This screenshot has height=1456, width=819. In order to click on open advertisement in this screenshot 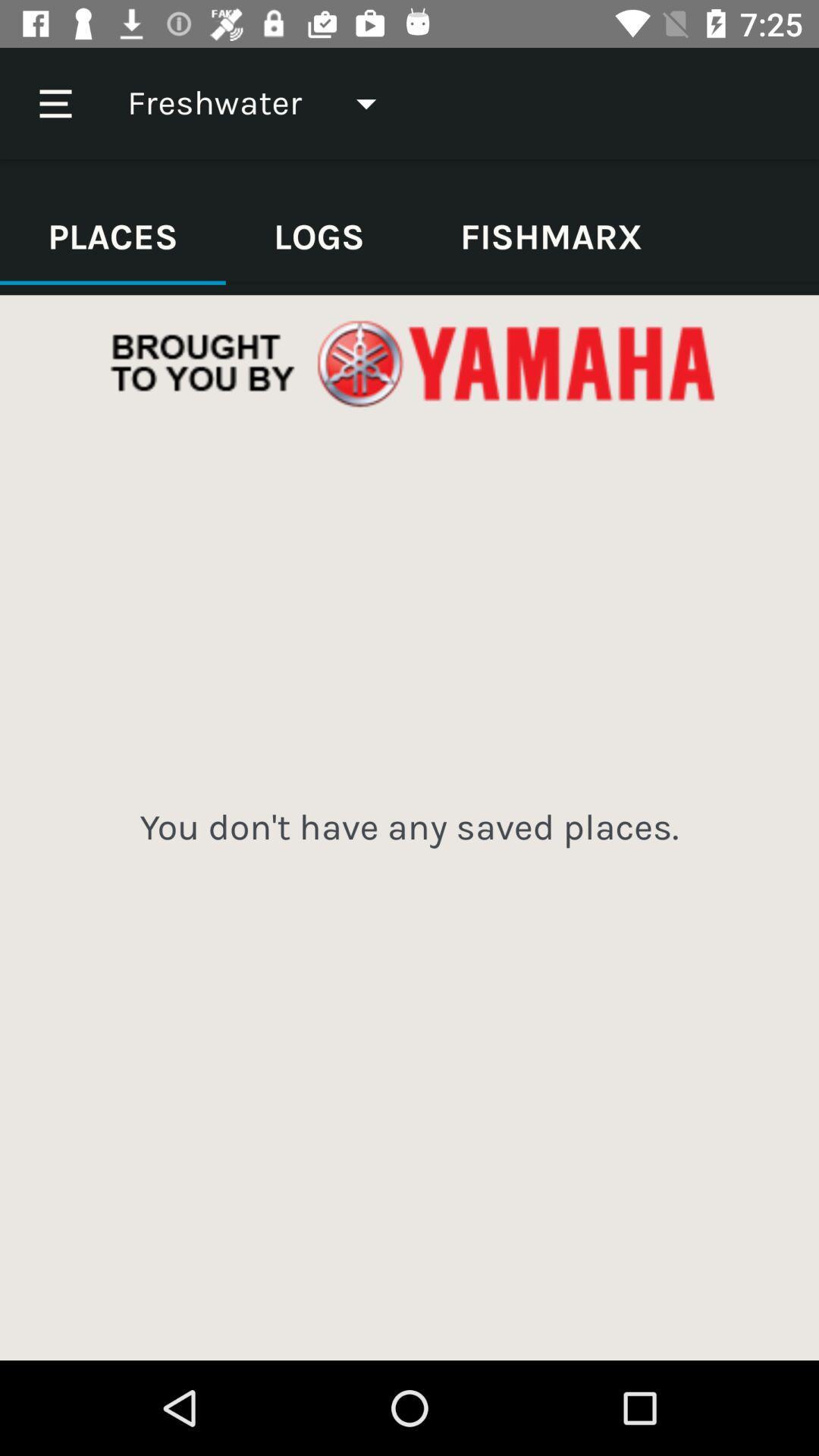, I will do `click(409, 365)`.